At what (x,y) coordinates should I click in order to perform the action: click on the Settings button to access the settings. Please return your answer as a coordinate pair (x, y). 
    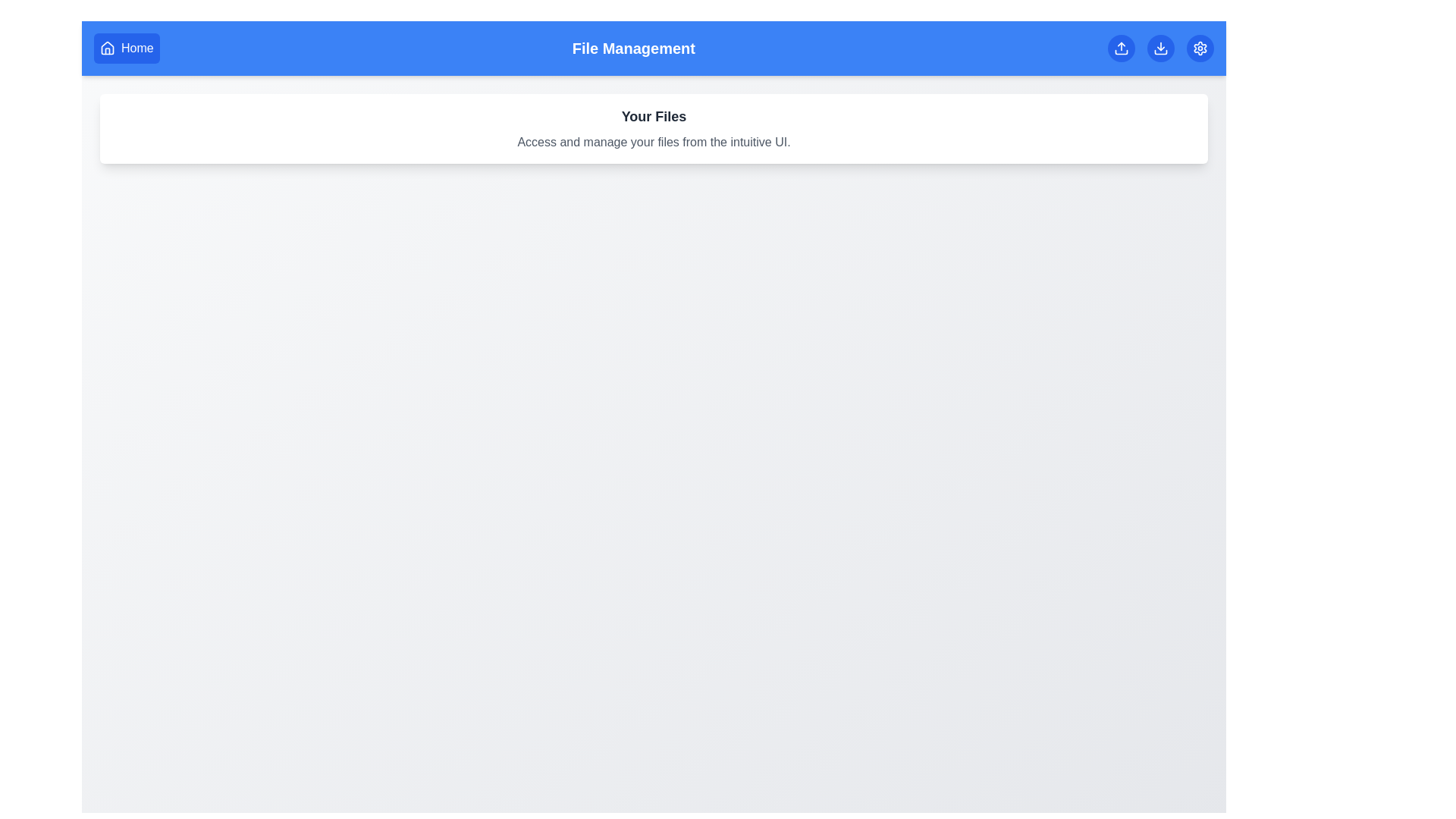
    Looking at the image, I should click on (1200, 48).